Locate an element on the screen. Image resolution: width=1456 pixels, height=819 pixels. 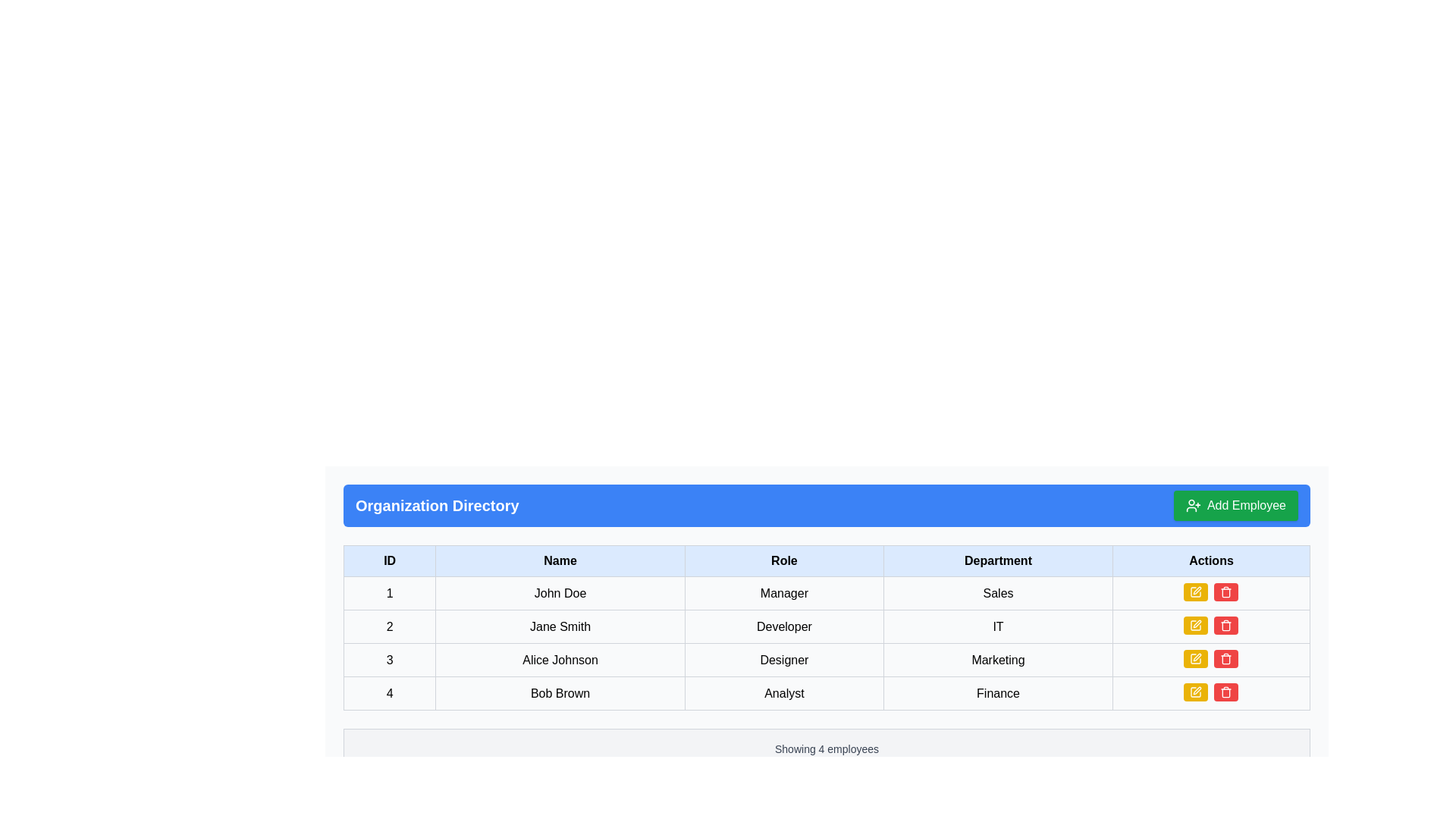
the text cell displaying 'Developer' in the table, which is the third cell in the second row under the 'Role' column for employee 'Jane Smith' is located at coordinates (784, 626).